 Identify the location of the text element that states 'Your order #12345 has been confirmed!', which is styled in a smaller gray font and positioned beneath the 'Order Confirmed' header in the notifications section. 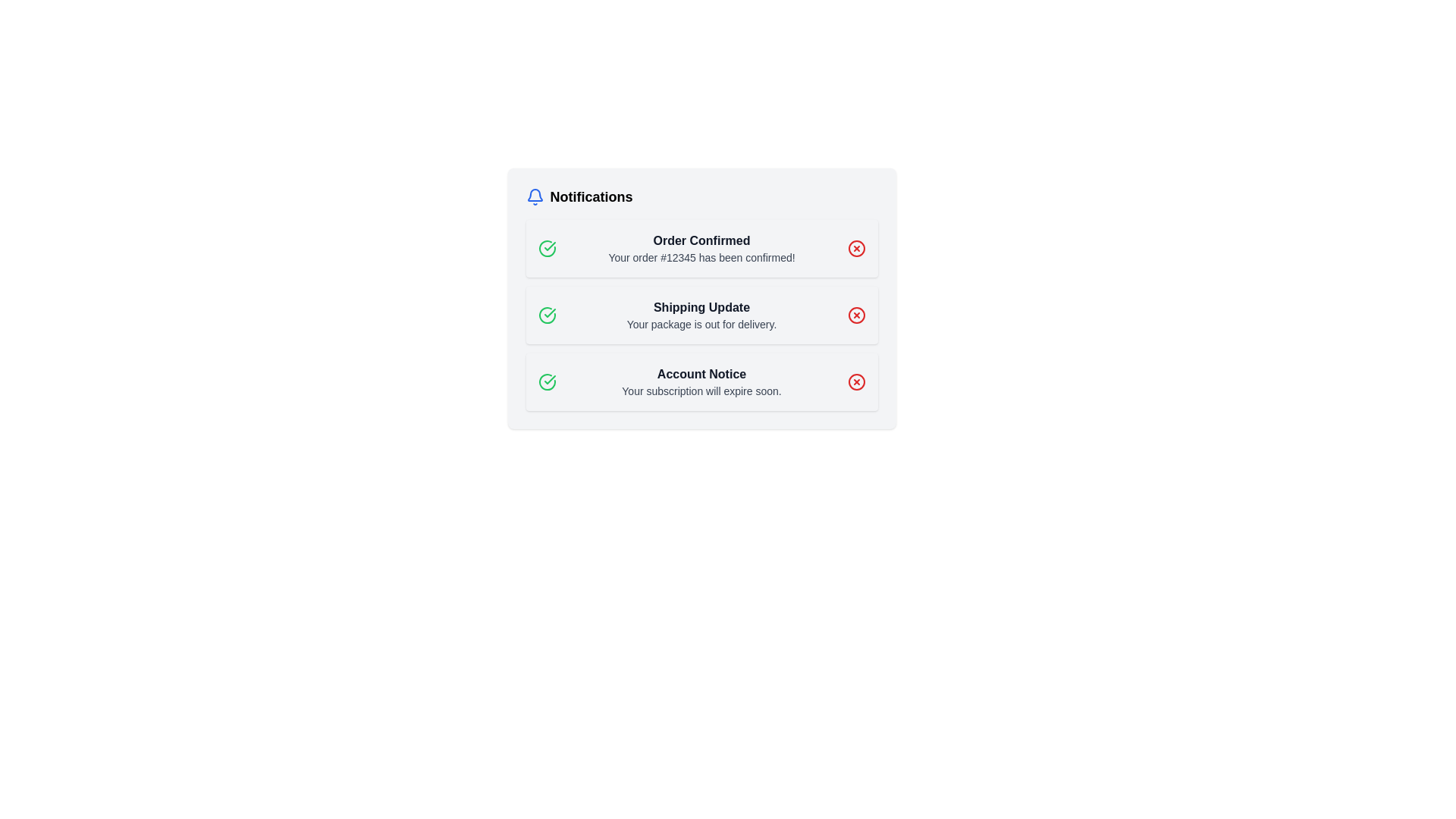
(701, 256).